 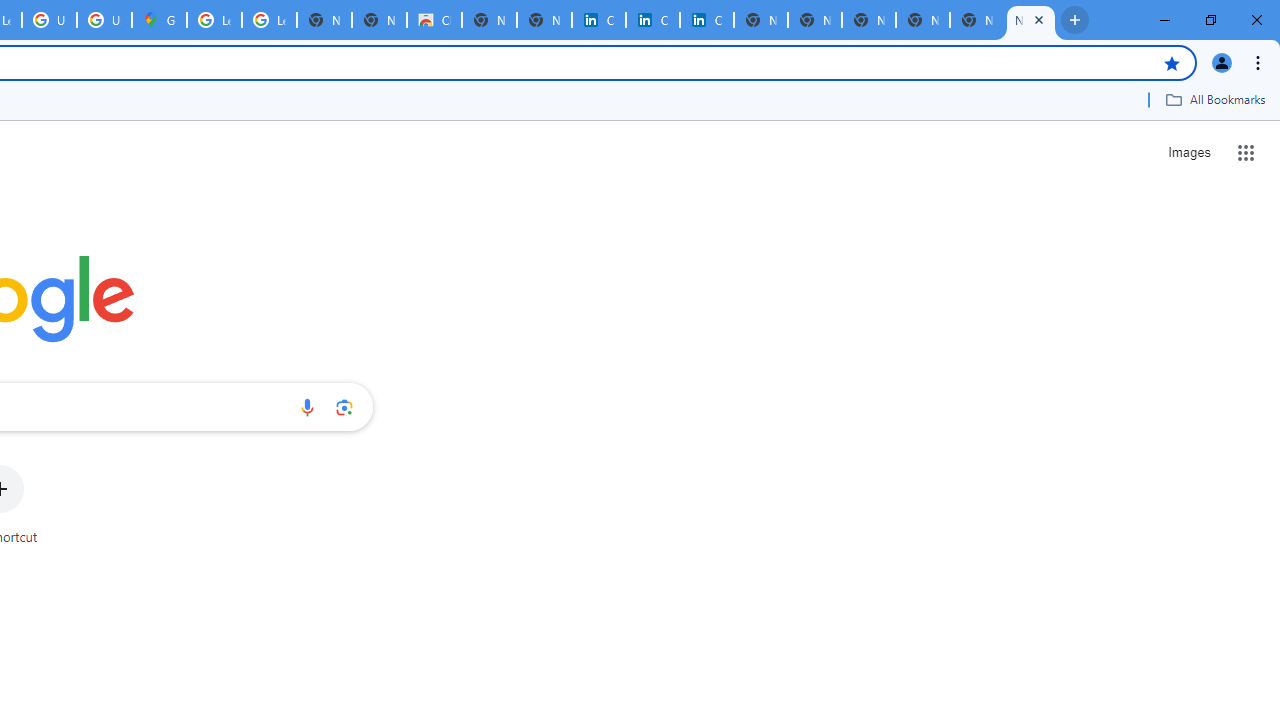 I want to click on 'Cookie Policy | LinkedIn', so click(x=598, y=20).